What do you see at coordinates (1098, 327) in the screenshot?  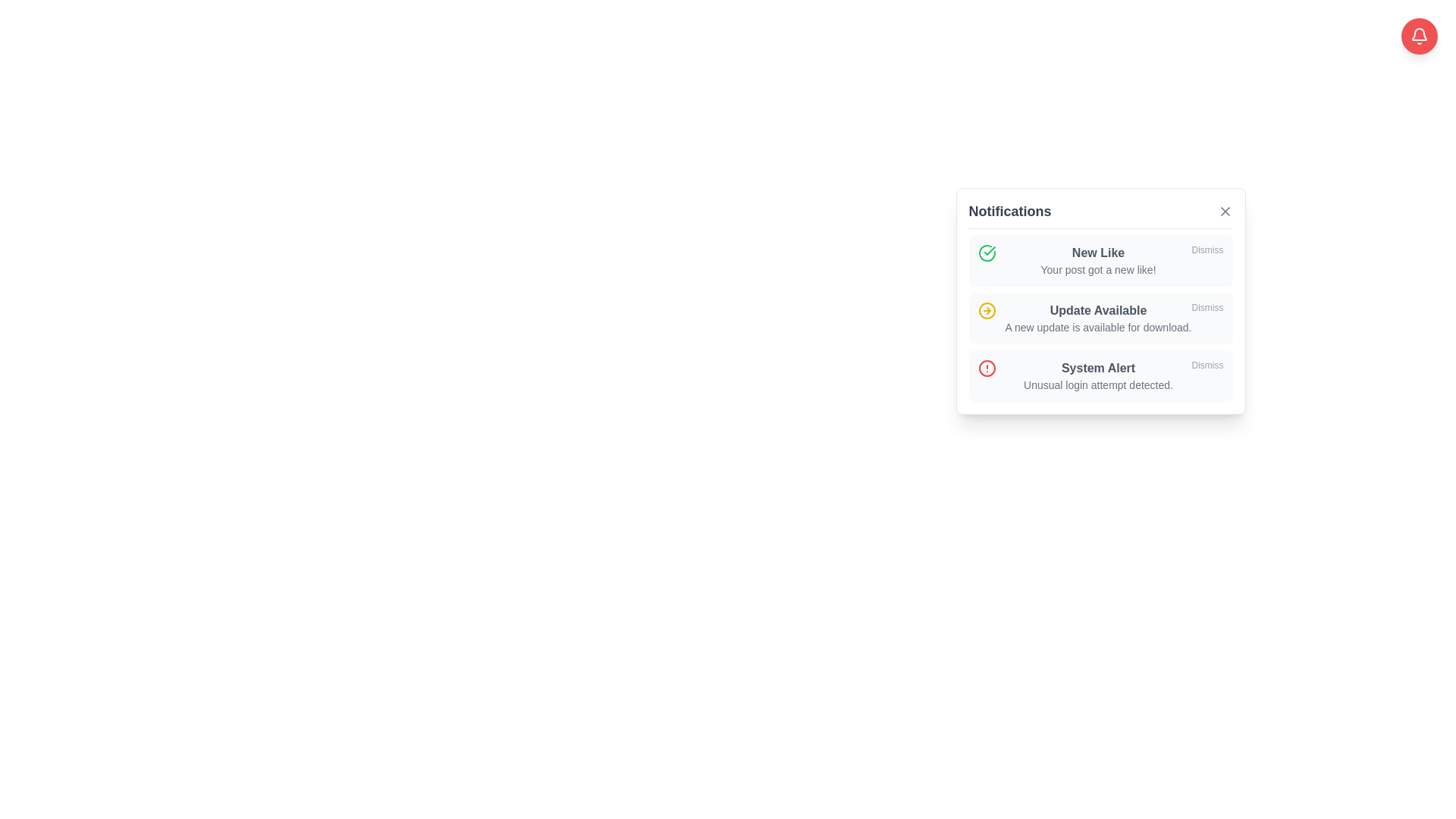 I see `the text element that informs the user about the availability of a new update, located in the notification card under the heading 'Notifications' and labeled 'Update Available'` at bounding box center [1098, 327].